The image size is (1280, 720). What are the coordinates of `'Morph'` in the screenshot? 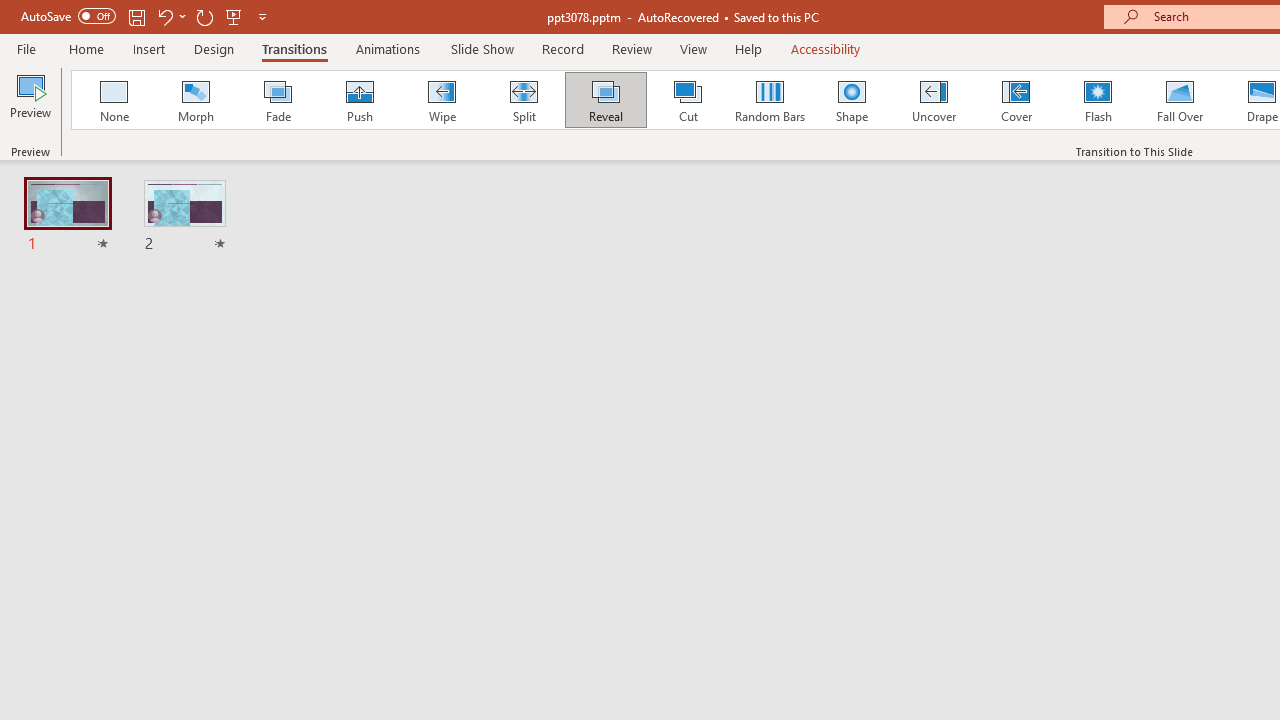 It's located at (195, 100).